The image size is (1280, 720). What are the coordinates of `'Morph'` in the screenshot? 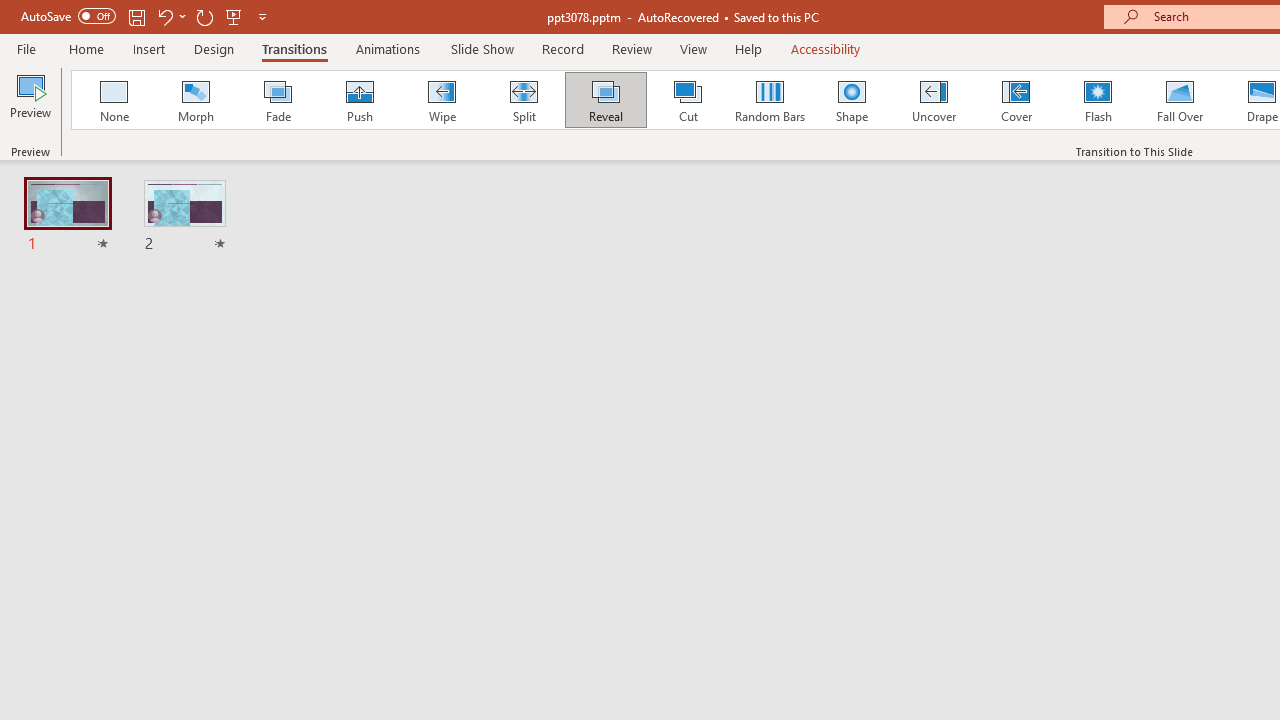 It's located at (195, 100).